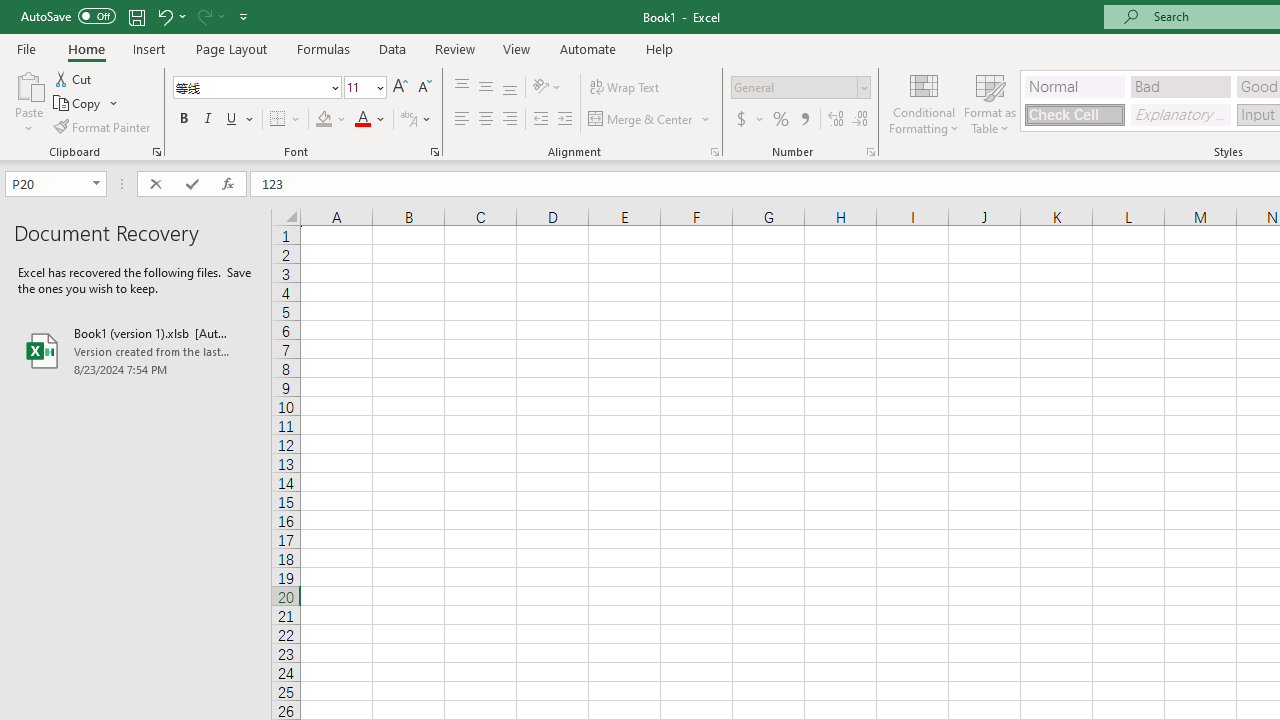 The height and width of the screenshot is (720, 1280). I want to click on 'Format Cell Alignment', so click(714, 150).